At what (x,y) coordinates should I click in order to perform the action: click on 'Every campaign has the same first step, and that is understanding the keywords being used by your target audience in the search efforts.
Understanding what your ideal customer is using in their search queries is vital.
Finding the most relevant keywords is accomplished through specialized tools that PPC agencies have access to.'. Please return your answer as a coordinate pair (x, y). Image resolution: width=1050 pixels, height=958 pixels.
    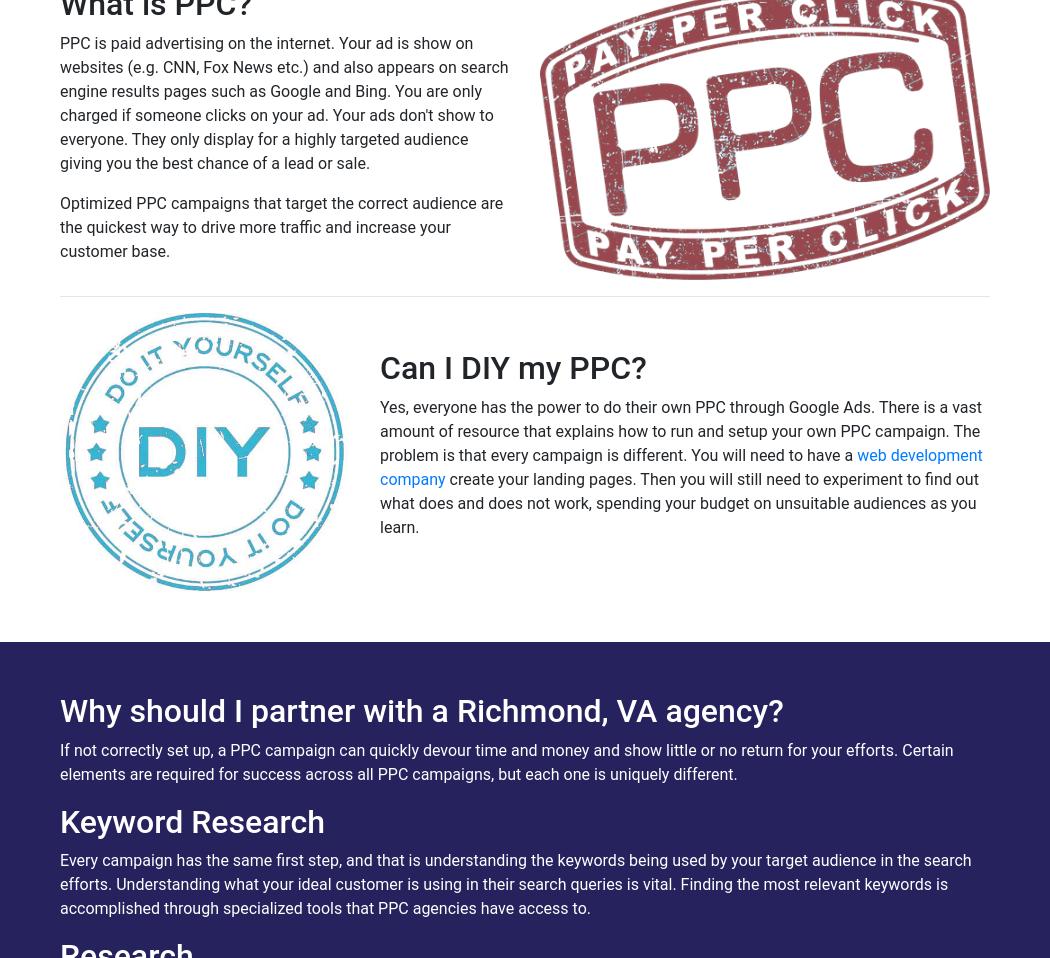
    Looking at the image, I should click on (514, 883).